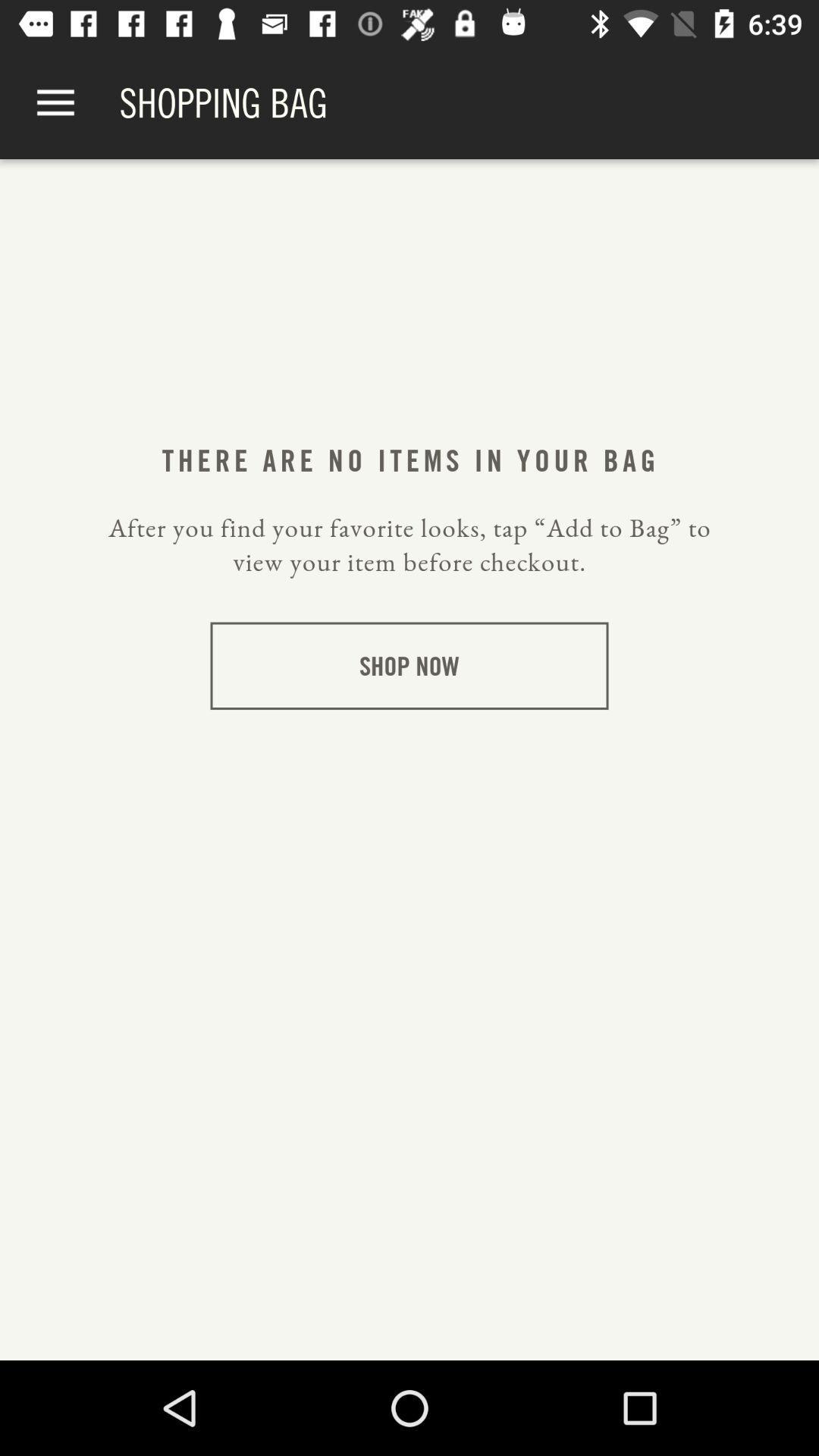 This screenshot has height=1456, width=819. I want to click on the there are no, so click(408, 460).